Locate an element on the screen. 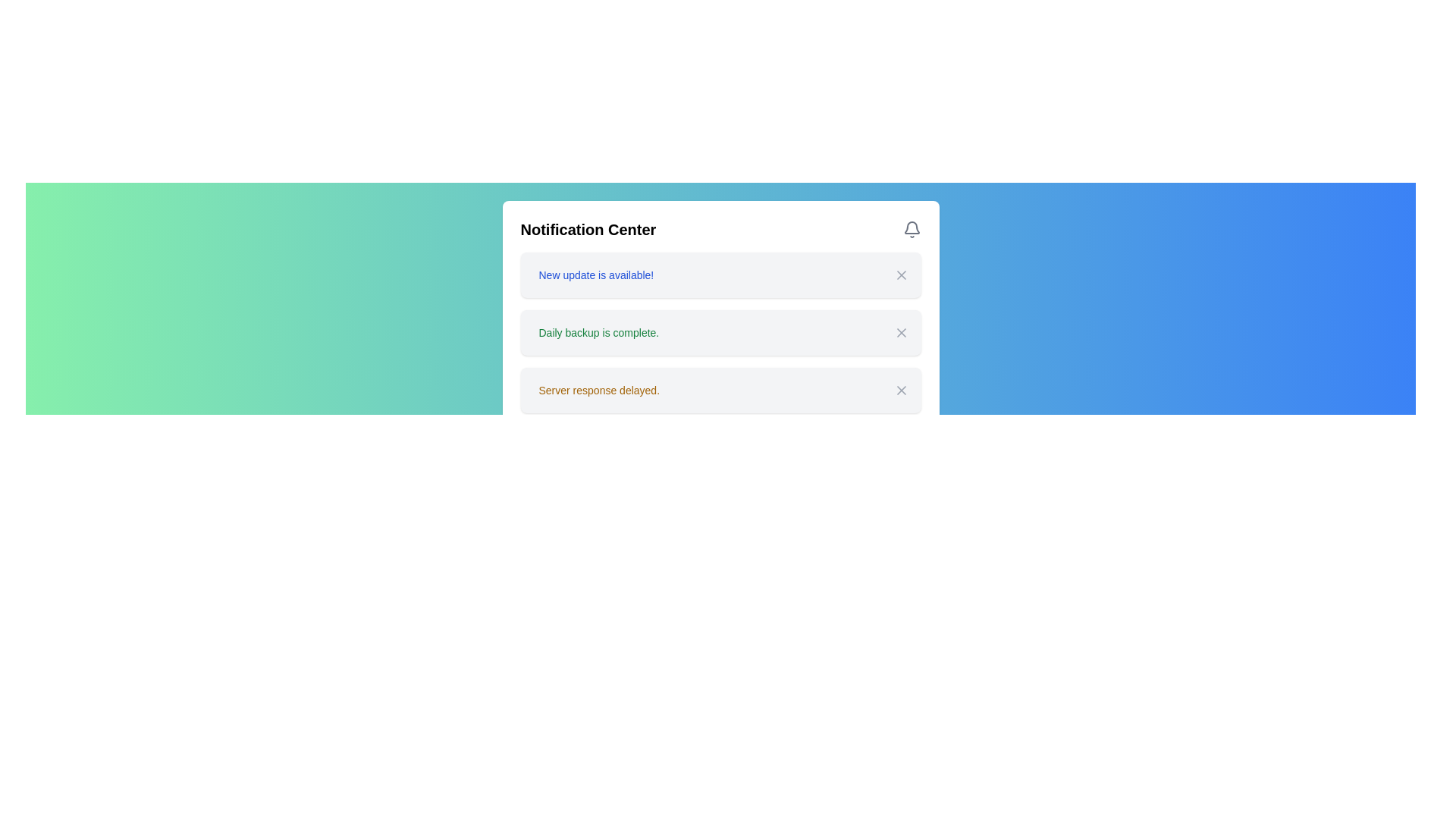  the bell icon located at the upper-right corner of the 'Notification Center' header section, styled in neutral gray, which is approximately 24x24 pixels in size is located at coordinates (911, 230).